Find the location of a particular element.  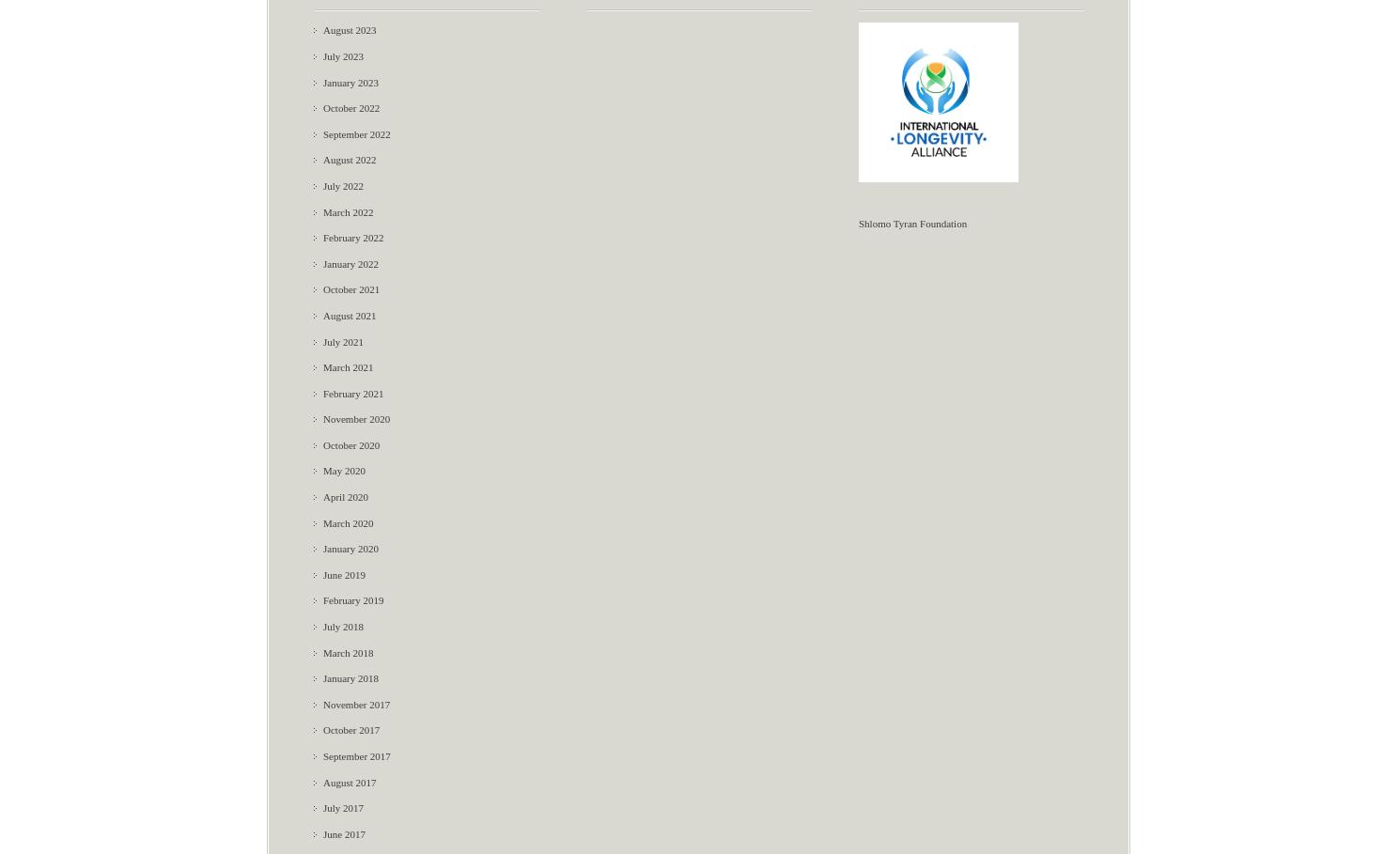

'September 2022' is located at coordinates (356, 132).